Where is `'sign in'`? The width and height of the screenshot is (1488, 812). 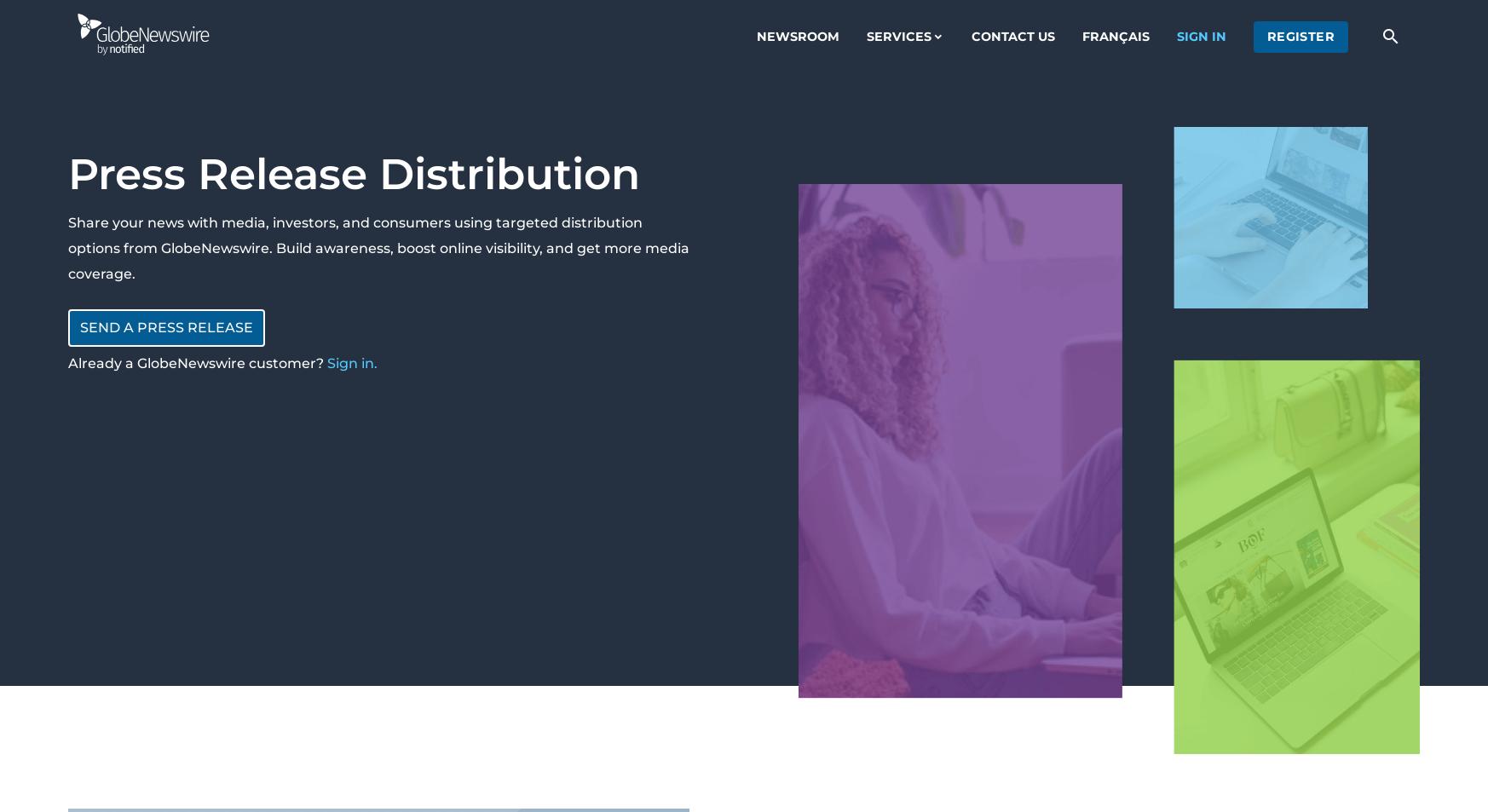 'sign in' is located at coordinates (1200, 35).